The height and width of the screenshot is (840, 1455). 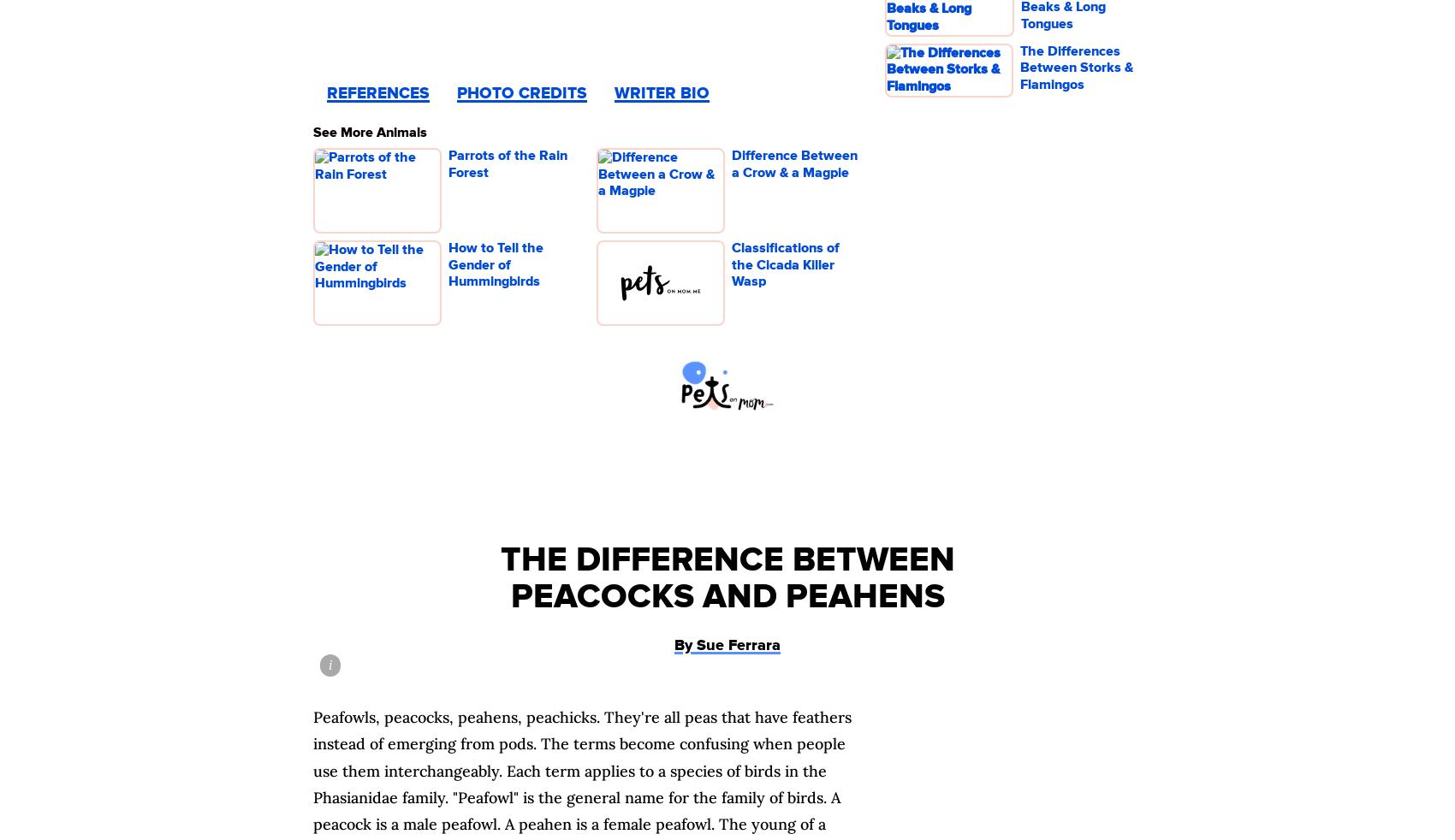 What do you see at coordinates (1019, 66) in the screenshot?
I see `'The Differences Between Storks & Flamingos'` at bounding box center [1019, 66].